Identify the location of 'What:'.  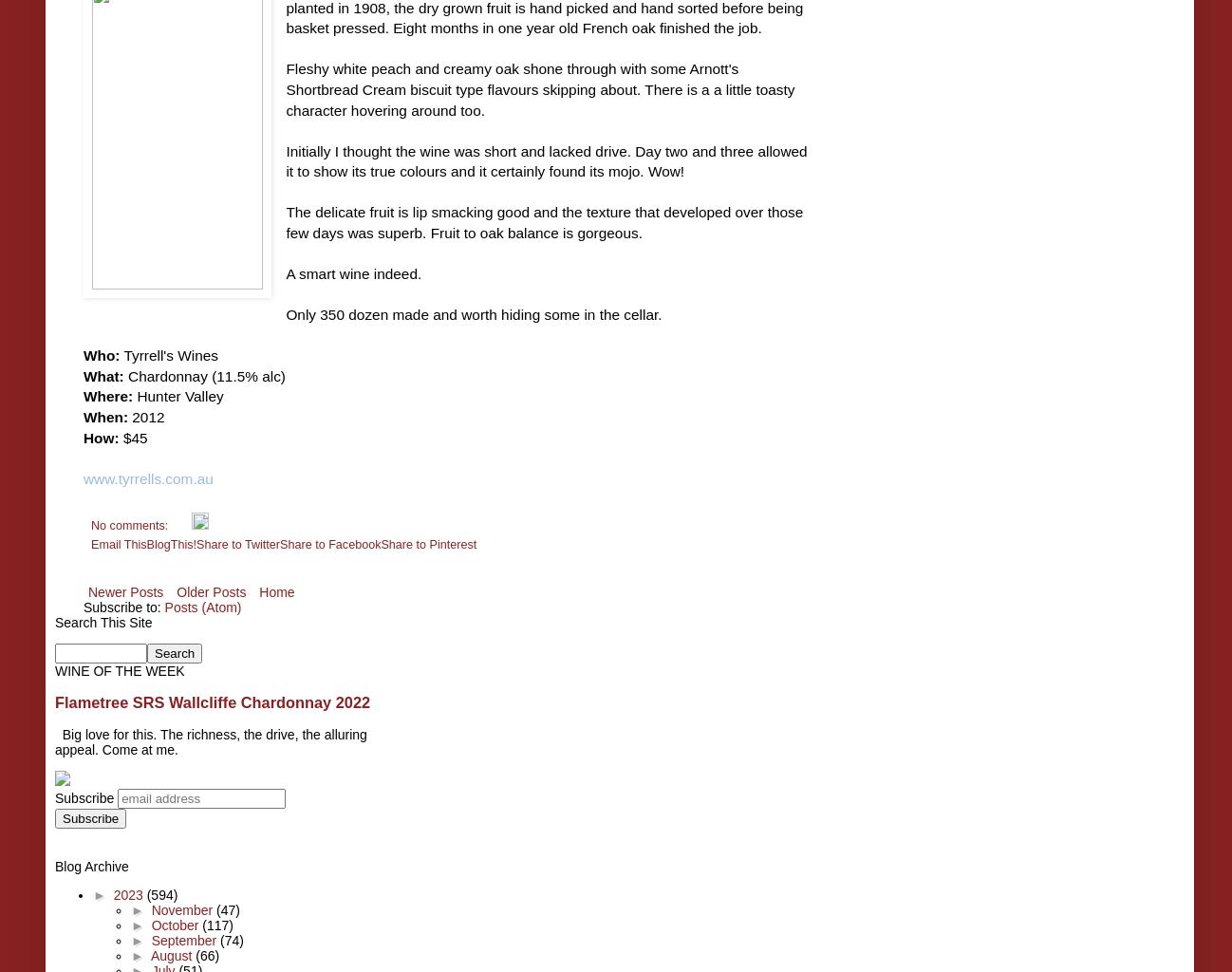
(103, 374).